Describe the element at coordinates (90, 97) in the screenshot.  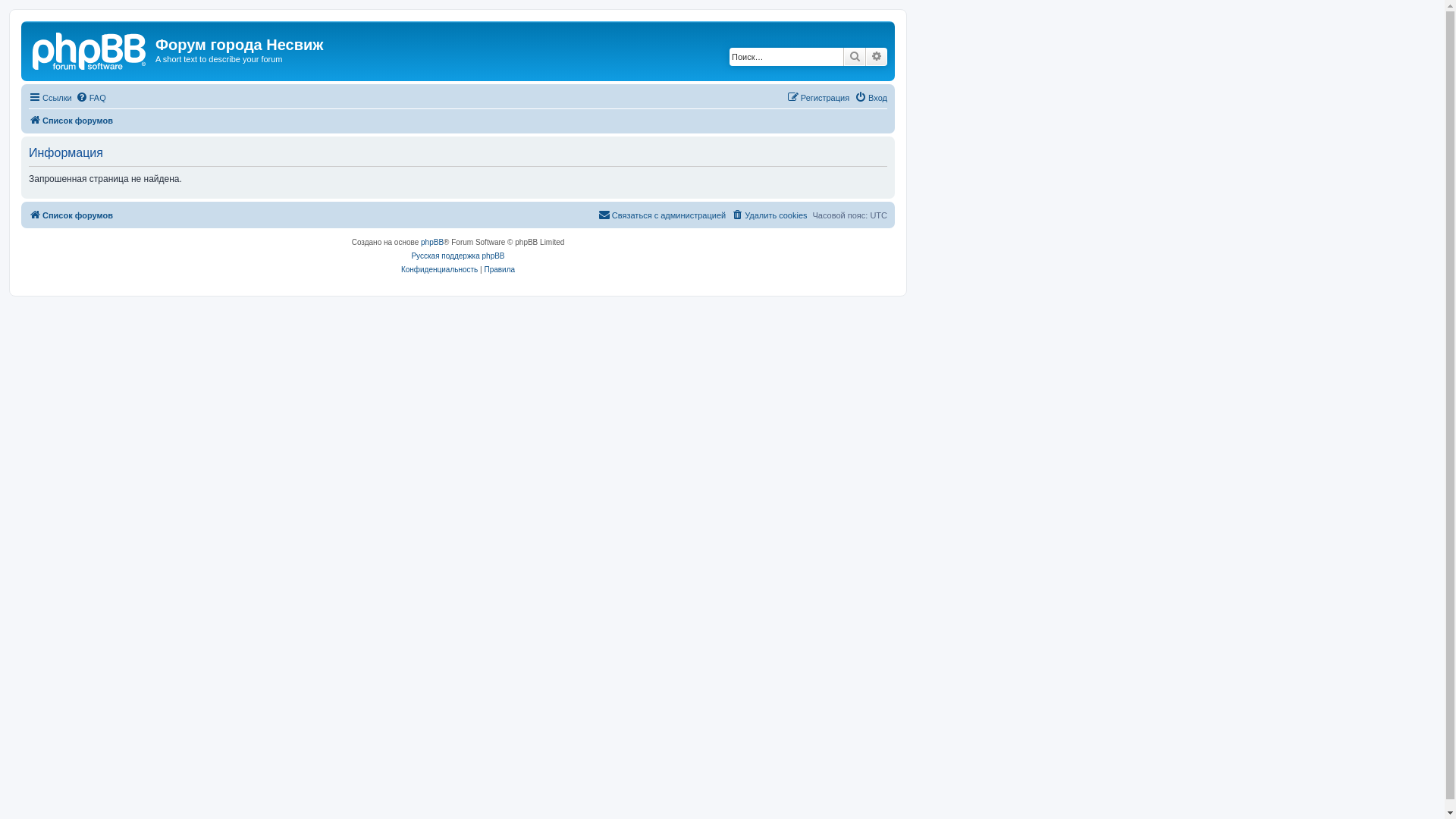
I see `'FAQ'` at that location.